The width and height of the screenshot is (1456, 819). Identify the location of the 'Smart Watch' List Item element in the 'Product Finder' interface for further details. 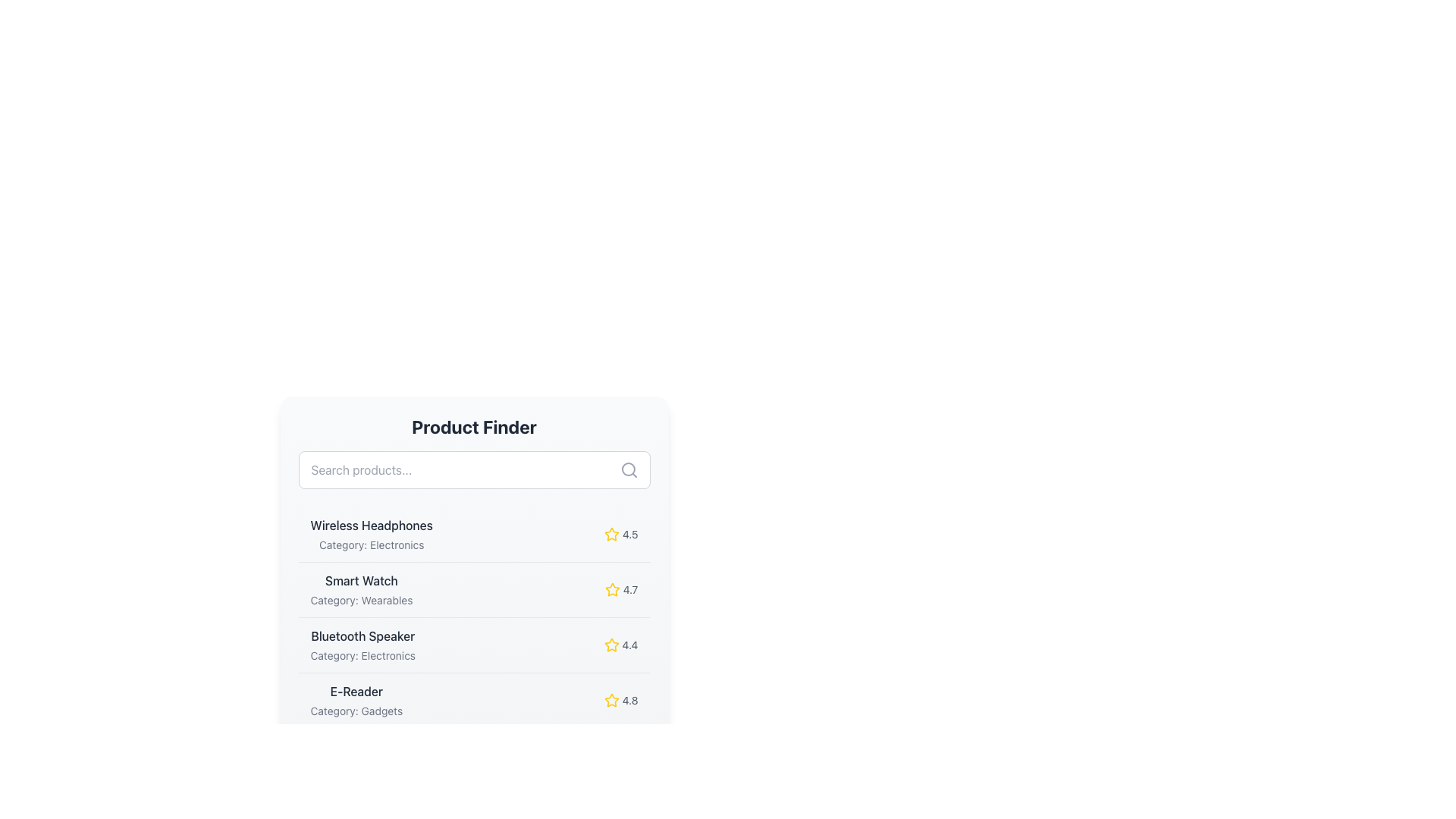
(473, 588).